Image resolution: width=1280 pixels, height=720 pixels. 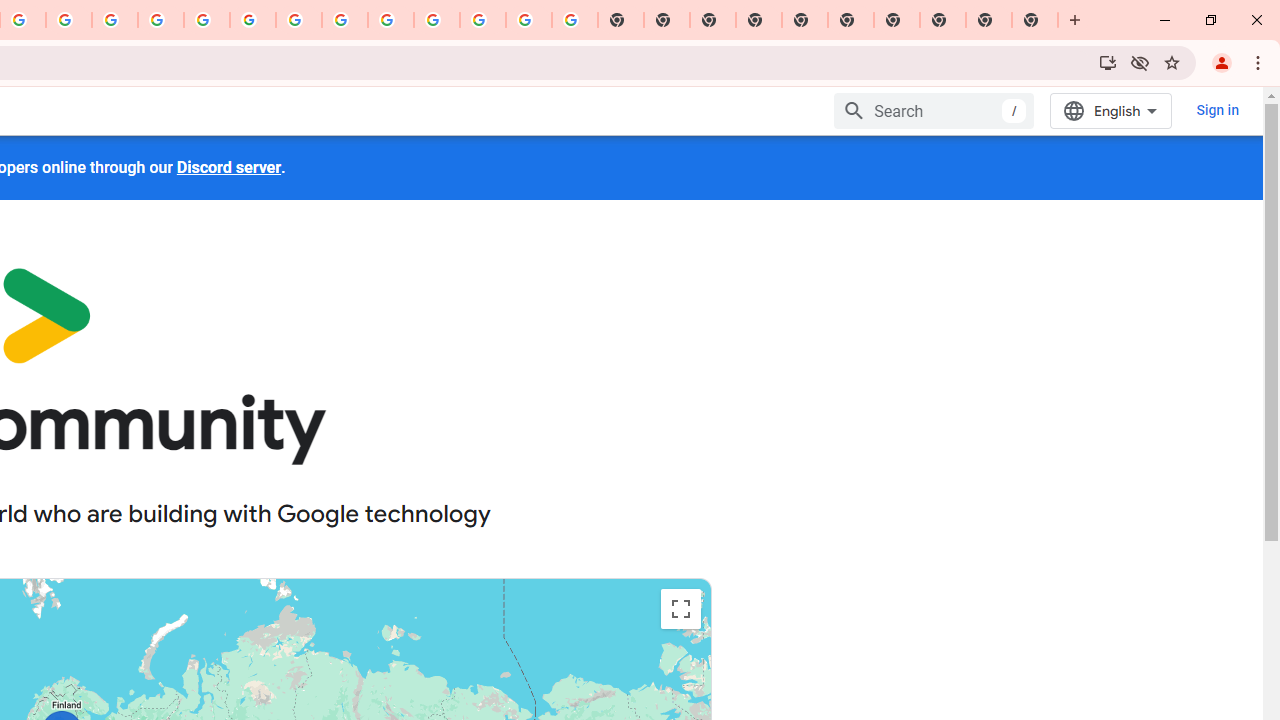 I want to click on 'Privacy Help Center - Policies Help', so click(x=161, y=20).